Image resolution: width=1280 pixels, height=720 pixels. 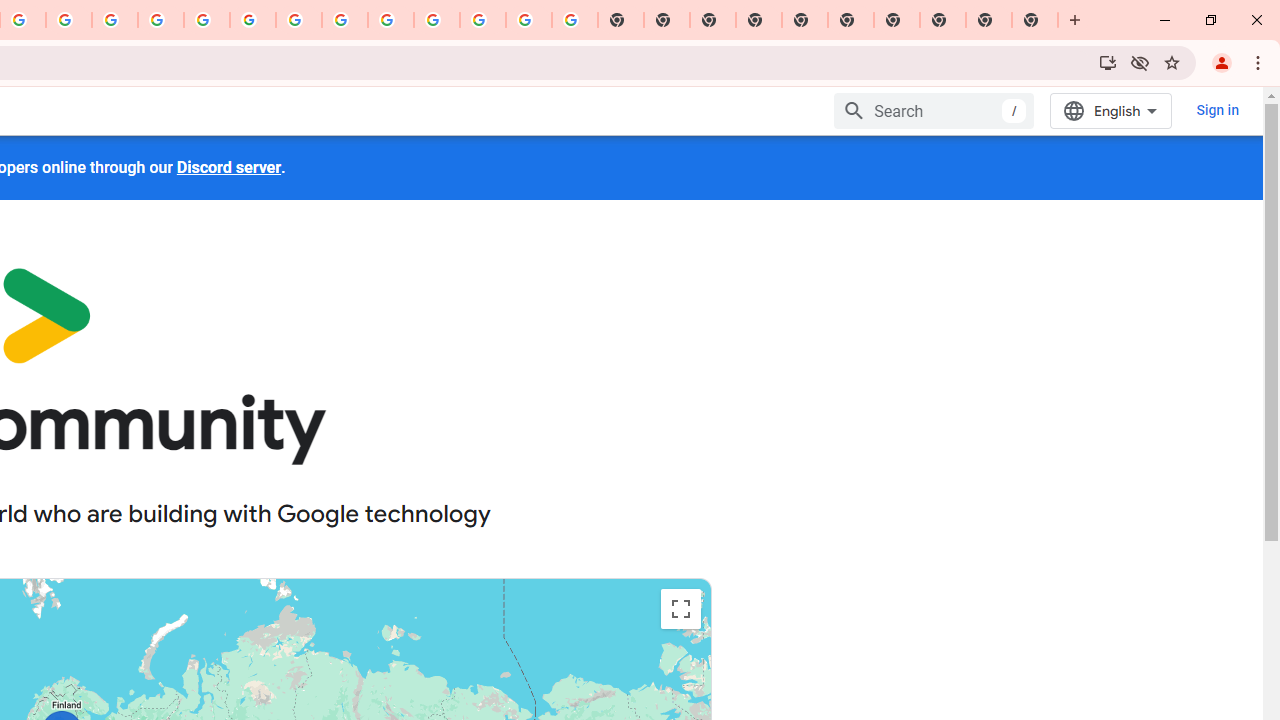 I want to click on 'Privacy Help Center - Policies Help', so click(x=161, y=20).